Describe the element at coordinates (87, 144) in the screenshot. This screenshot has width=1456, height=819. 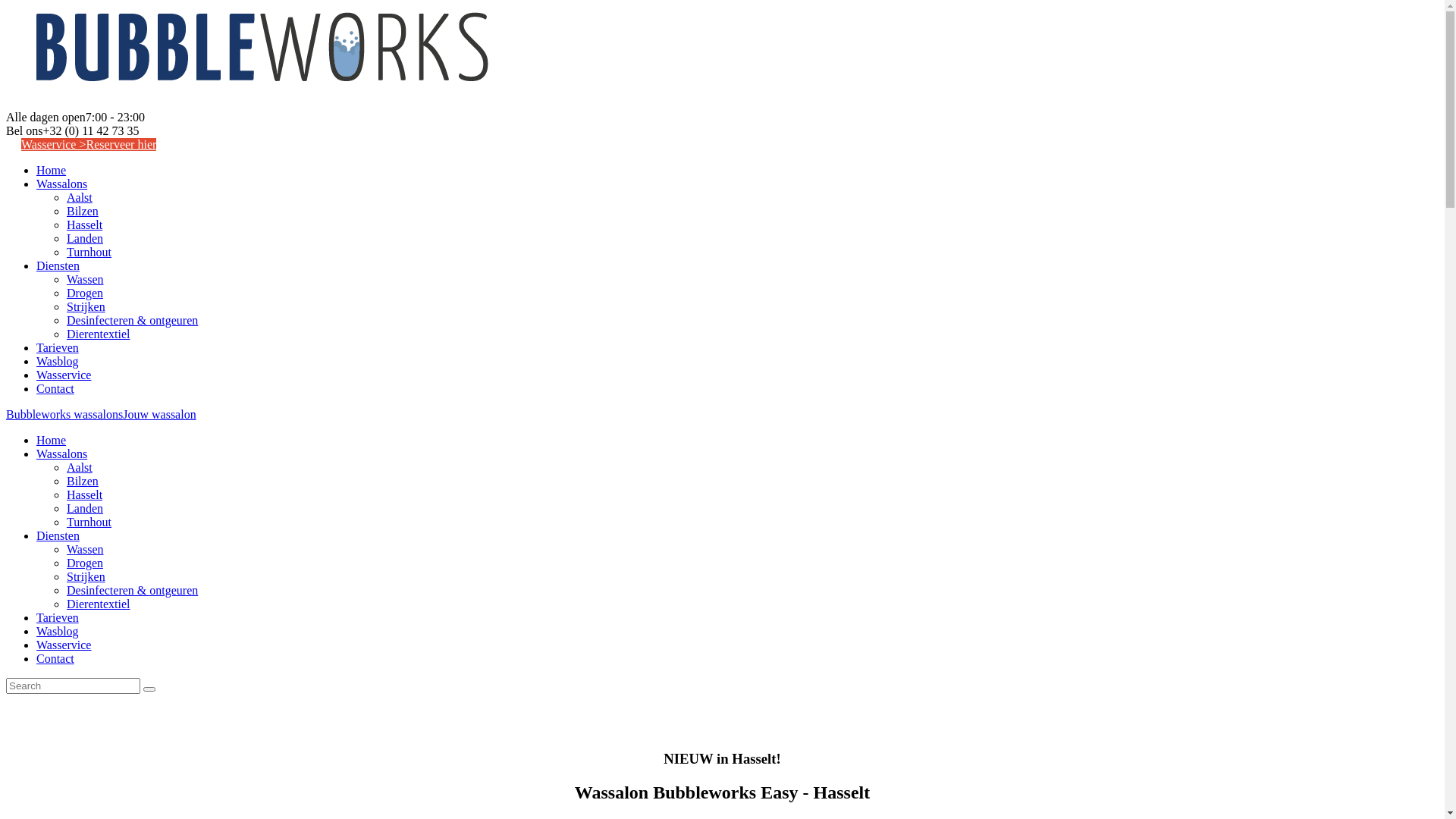
I see `'Wasservice >Reserveer hier'` at that location.